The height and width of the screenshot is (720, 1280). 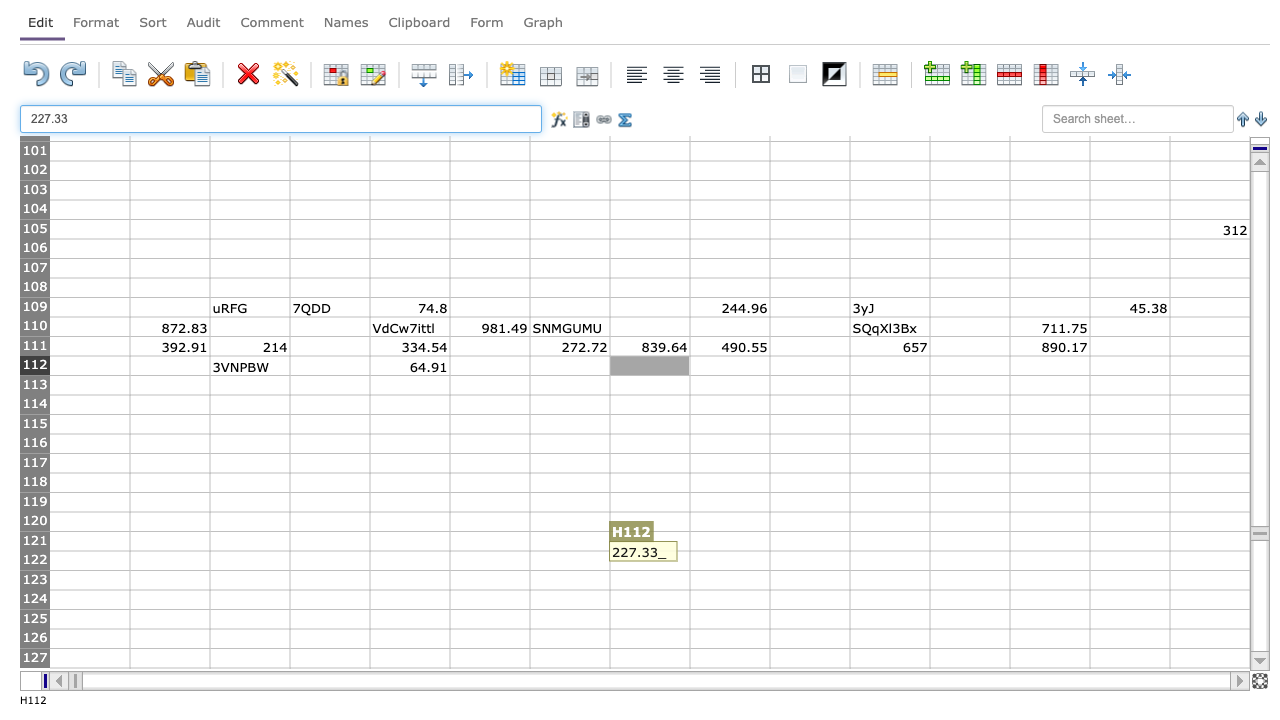 What do you see at coordinates (728, 560) in the screenshot?
I see `column I row 122` at bounding box center [728, 560].